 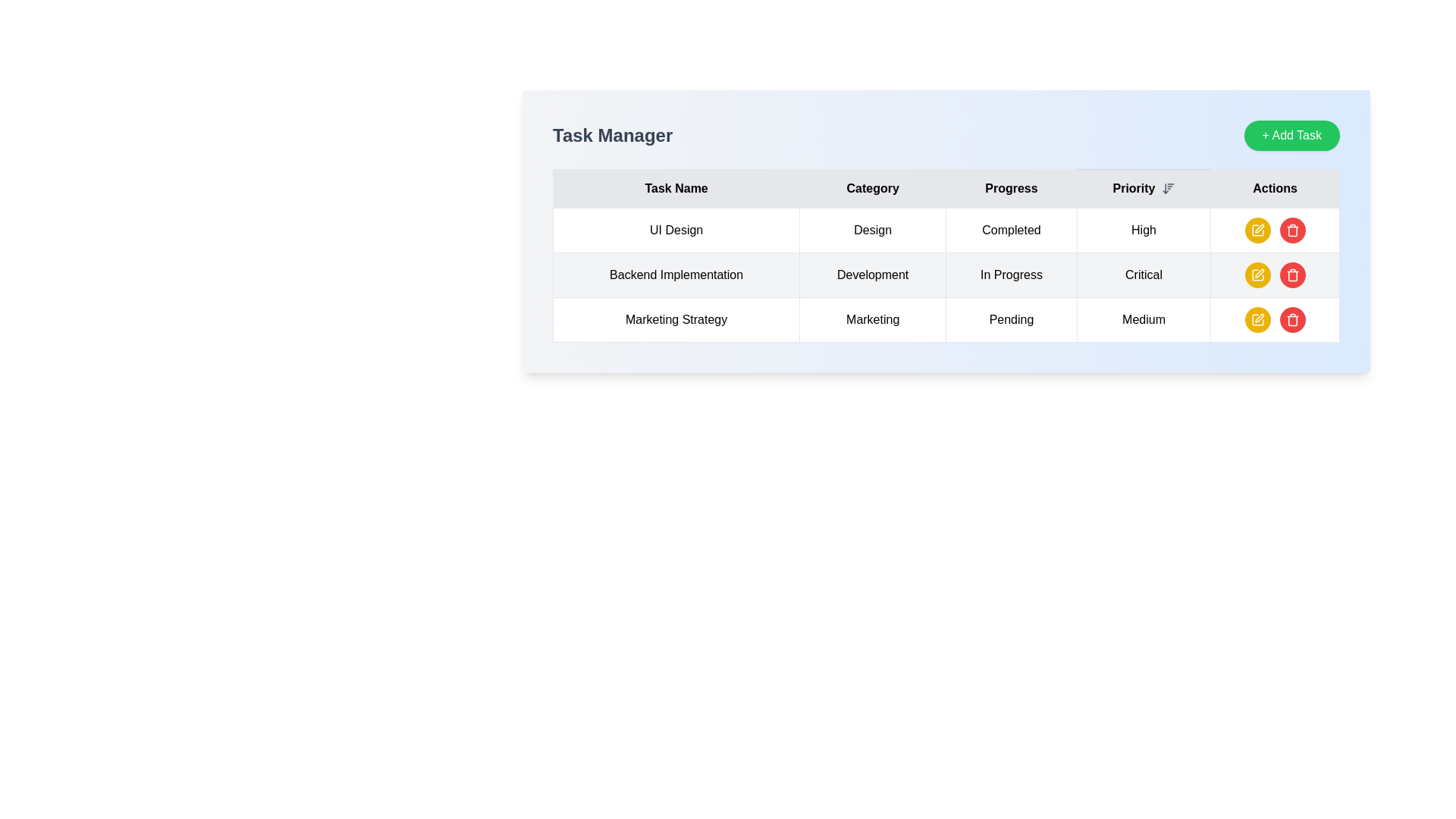 I want to click on the Static Text Label positioned in the second column of the second row within the table, indicating the type or classification of a task, so click(x=873, y=275).